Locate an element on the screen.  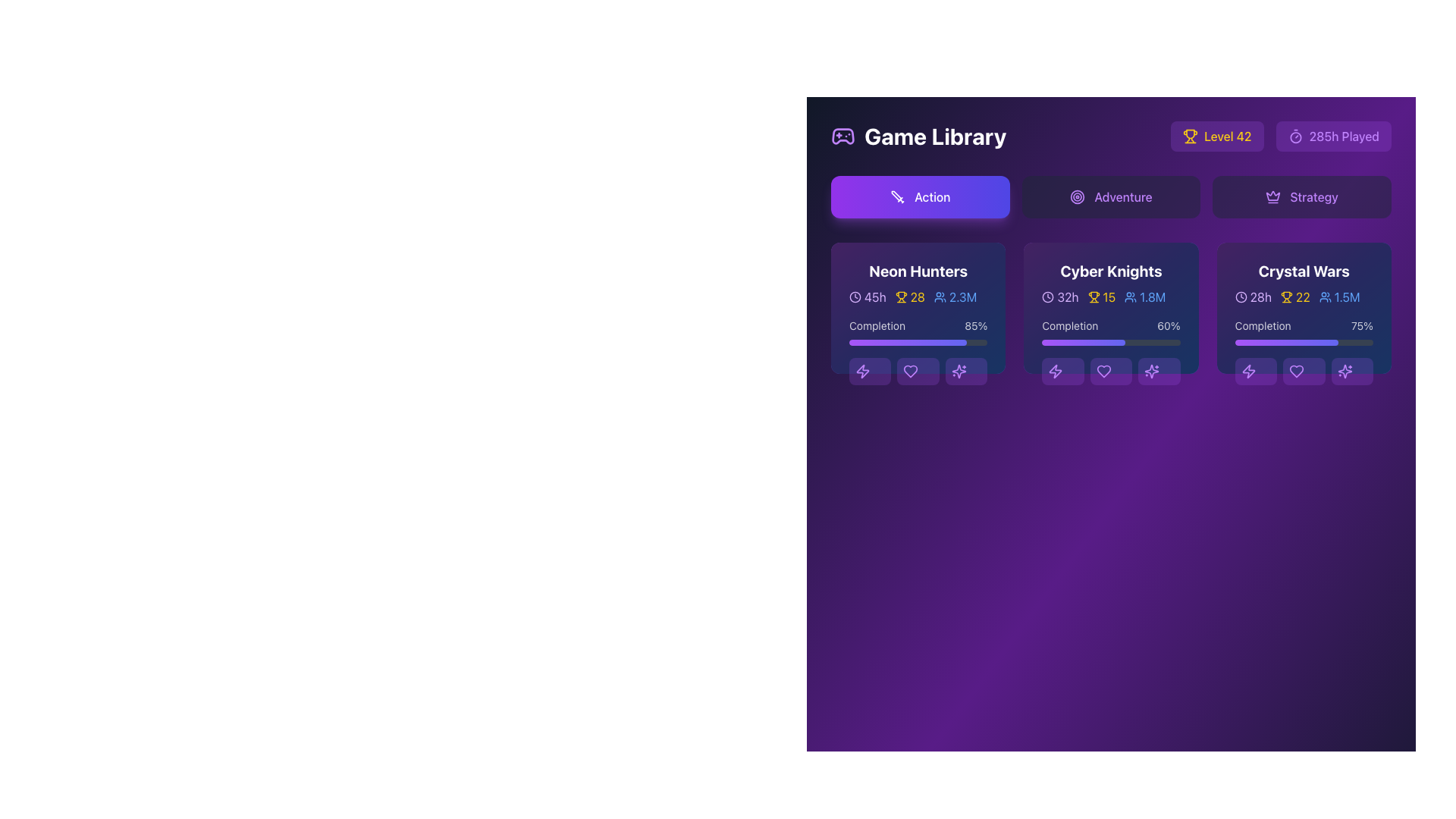
the small blue icon representing a group of people located within the 'Neon Hunters' card, positioned between a trophy icon and the text '2.3M' is located at coordinates (939, 297).